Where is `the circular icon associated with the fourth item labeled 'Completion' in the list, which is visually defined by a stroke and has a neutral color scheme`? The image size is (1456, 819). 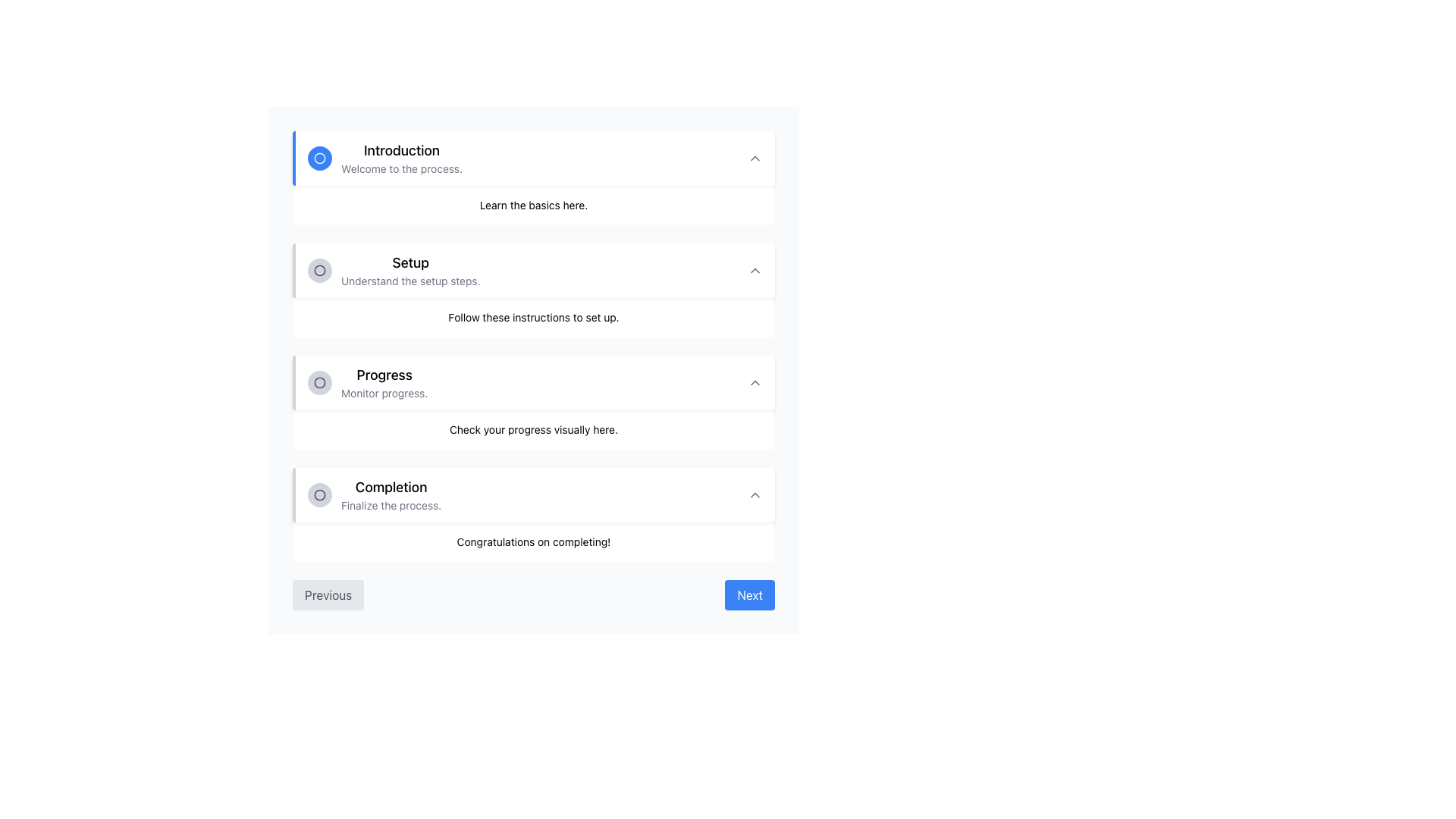
the circular icon associated with the fourth item labeled 'Completion' in the list, which is visually defined by a stroke and has a neutral color scheme is located at coordinates (319, 494).